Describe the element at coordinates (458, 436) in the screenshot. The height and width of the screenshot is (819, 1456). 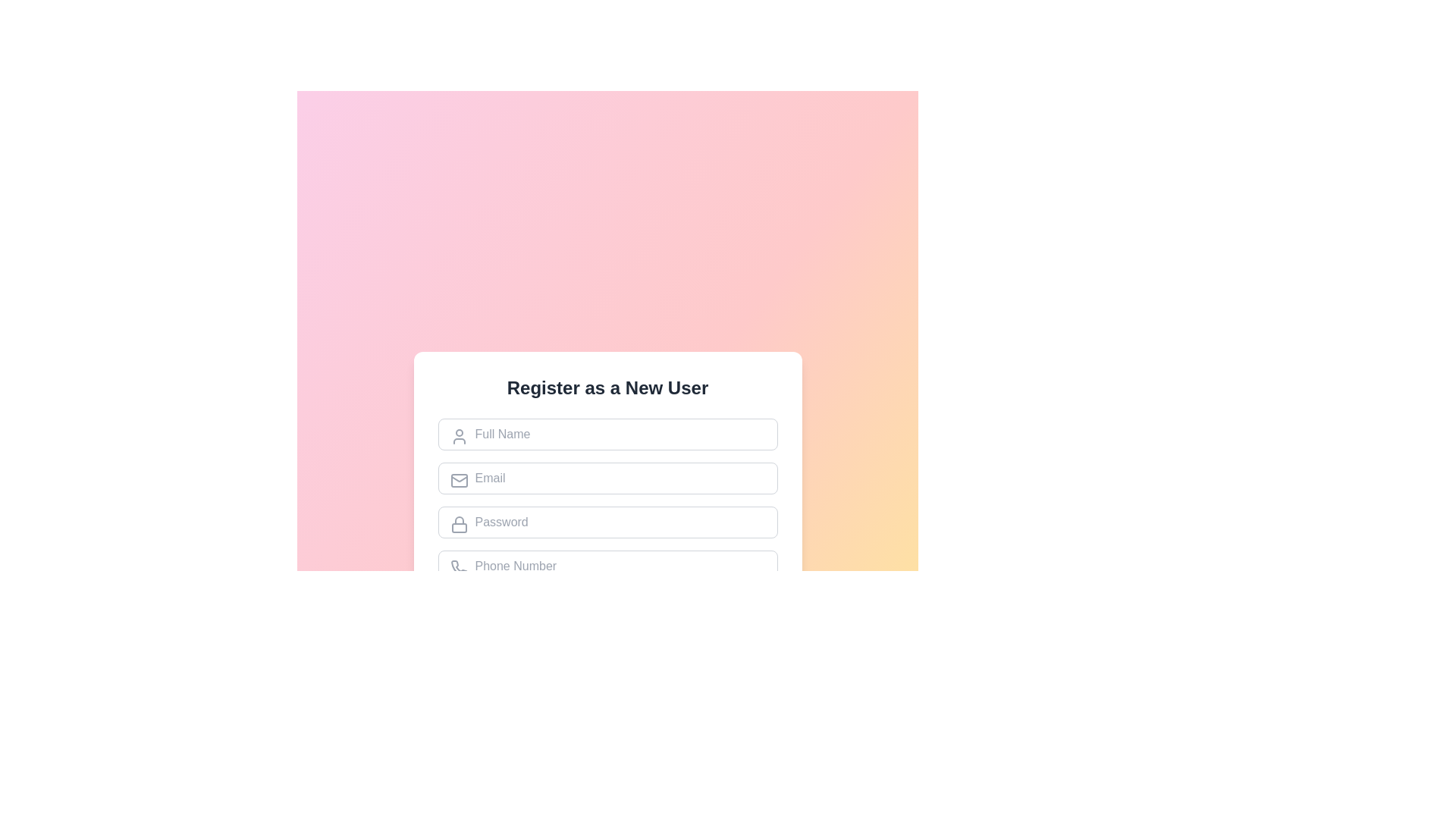
I see `the user icon, which is a simplistic silhouette of a person, located to the left of the 'Full Name' input field in the registration form` at that location.